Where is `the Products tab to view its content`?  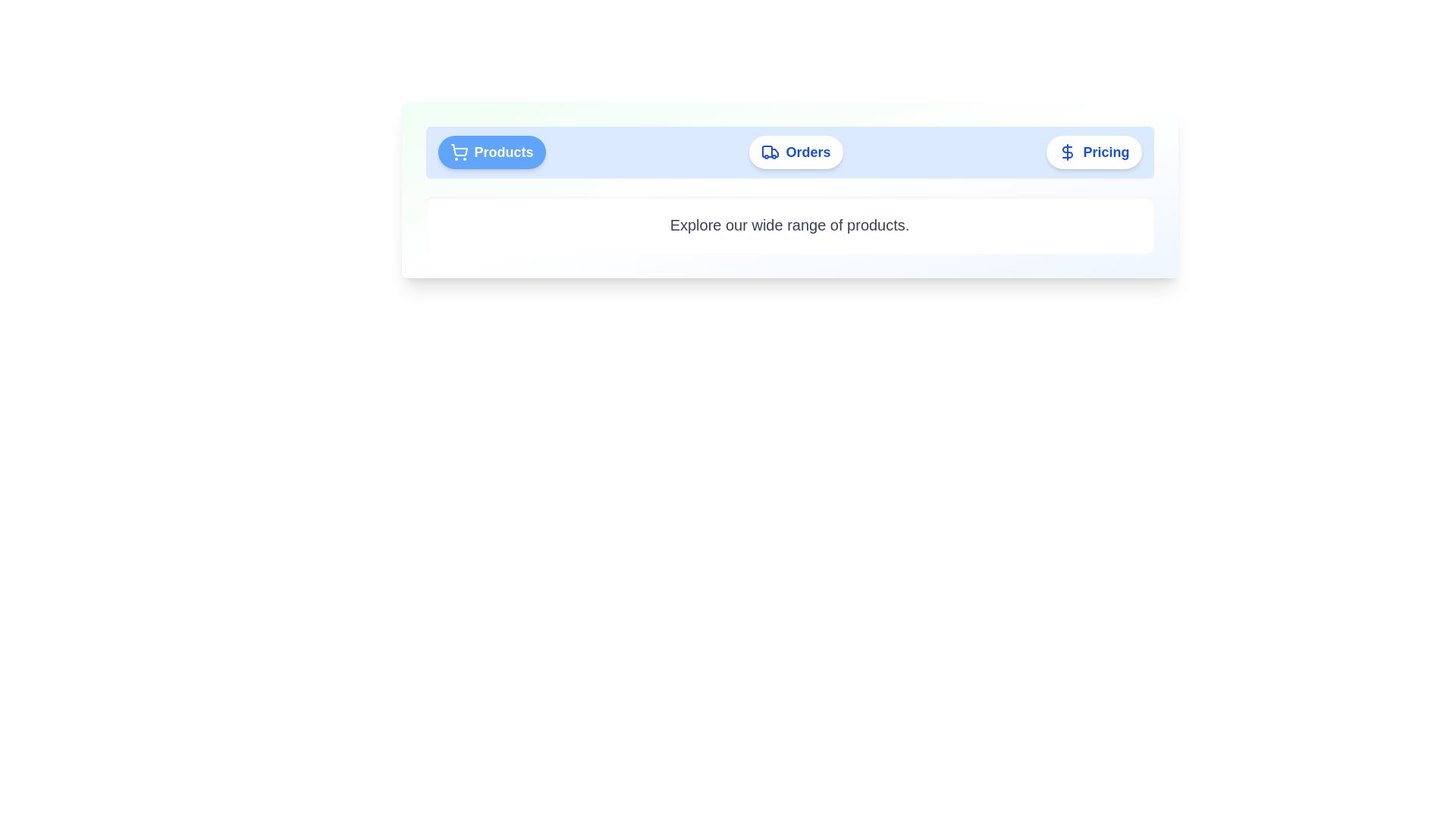 the Products tab to view its content is located at coordinates (491, 152).